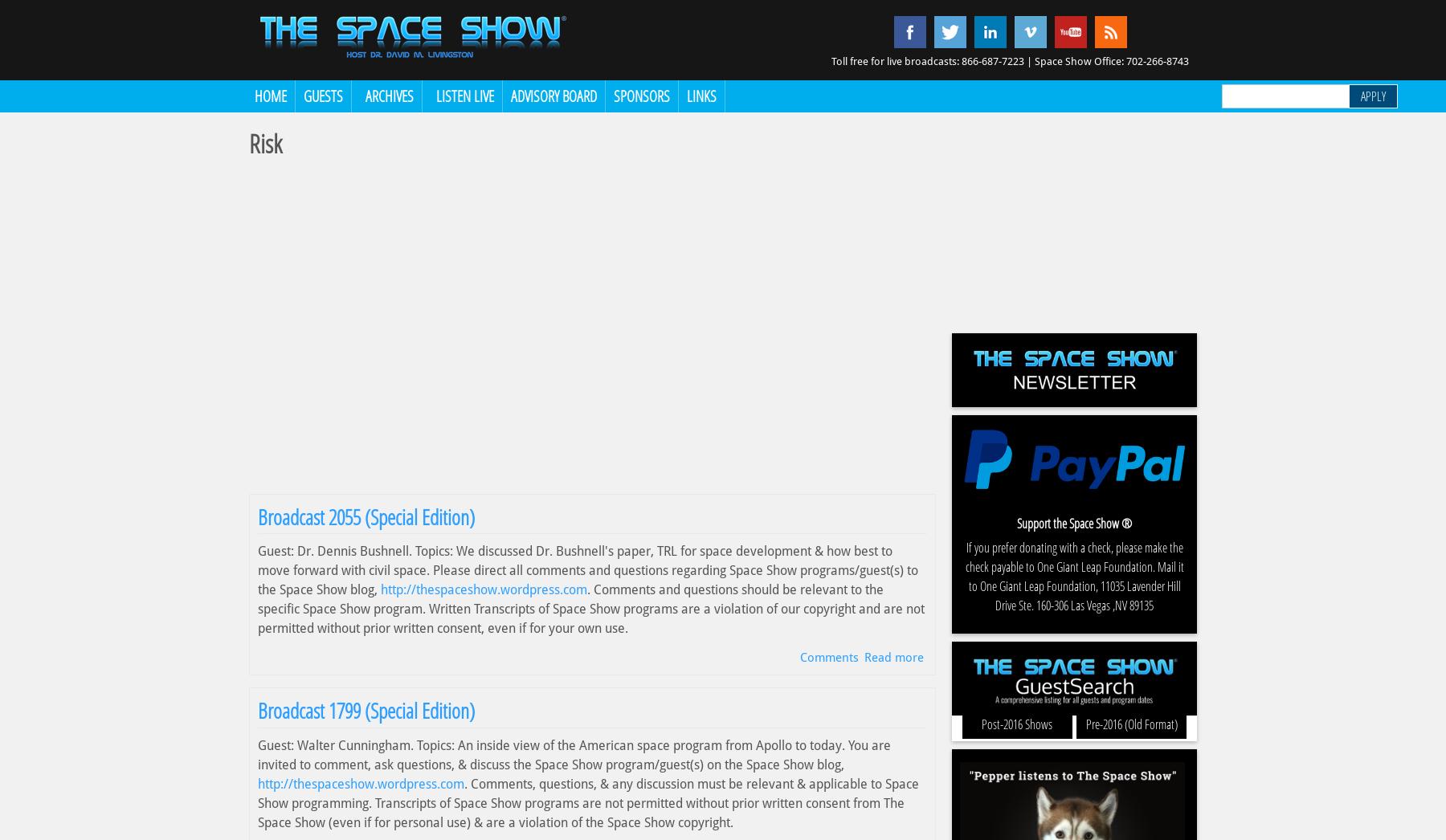  What do you see at coordinates (1010, 61) in the screenshot?
I see `'Toll free for live broadcasts: 866-687-7223 | Space Show Office: 702-266-8743'` at bounding box center [1010, 61].